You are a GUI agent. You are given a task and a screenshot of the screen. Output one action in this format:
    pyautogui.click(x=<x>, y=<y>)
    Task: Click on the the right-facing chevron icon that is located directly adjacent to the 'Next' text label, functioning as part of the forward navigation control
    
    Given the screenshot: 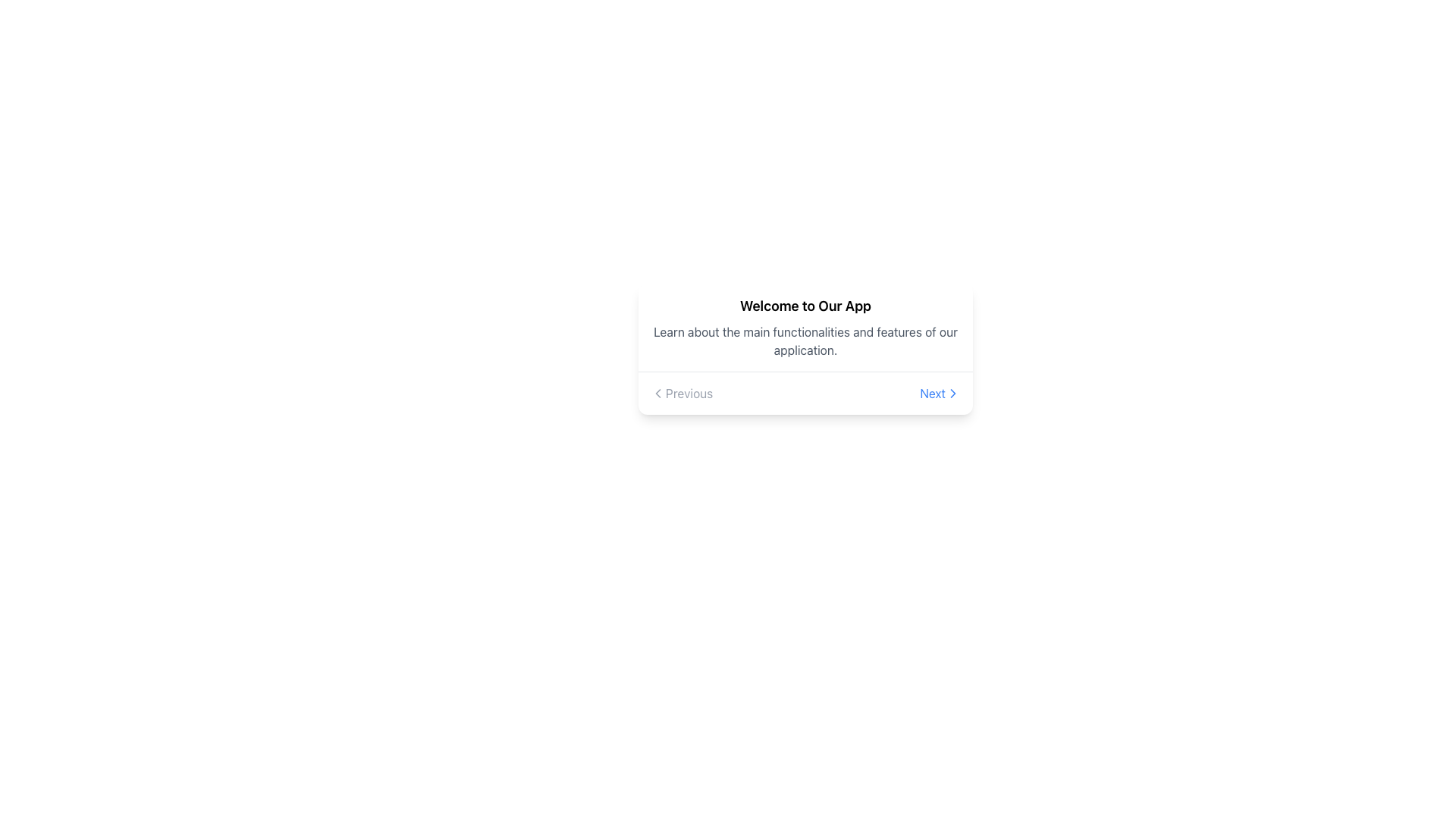 What is the action you would take?
    pyautogui.click(x=952, y=393)
    